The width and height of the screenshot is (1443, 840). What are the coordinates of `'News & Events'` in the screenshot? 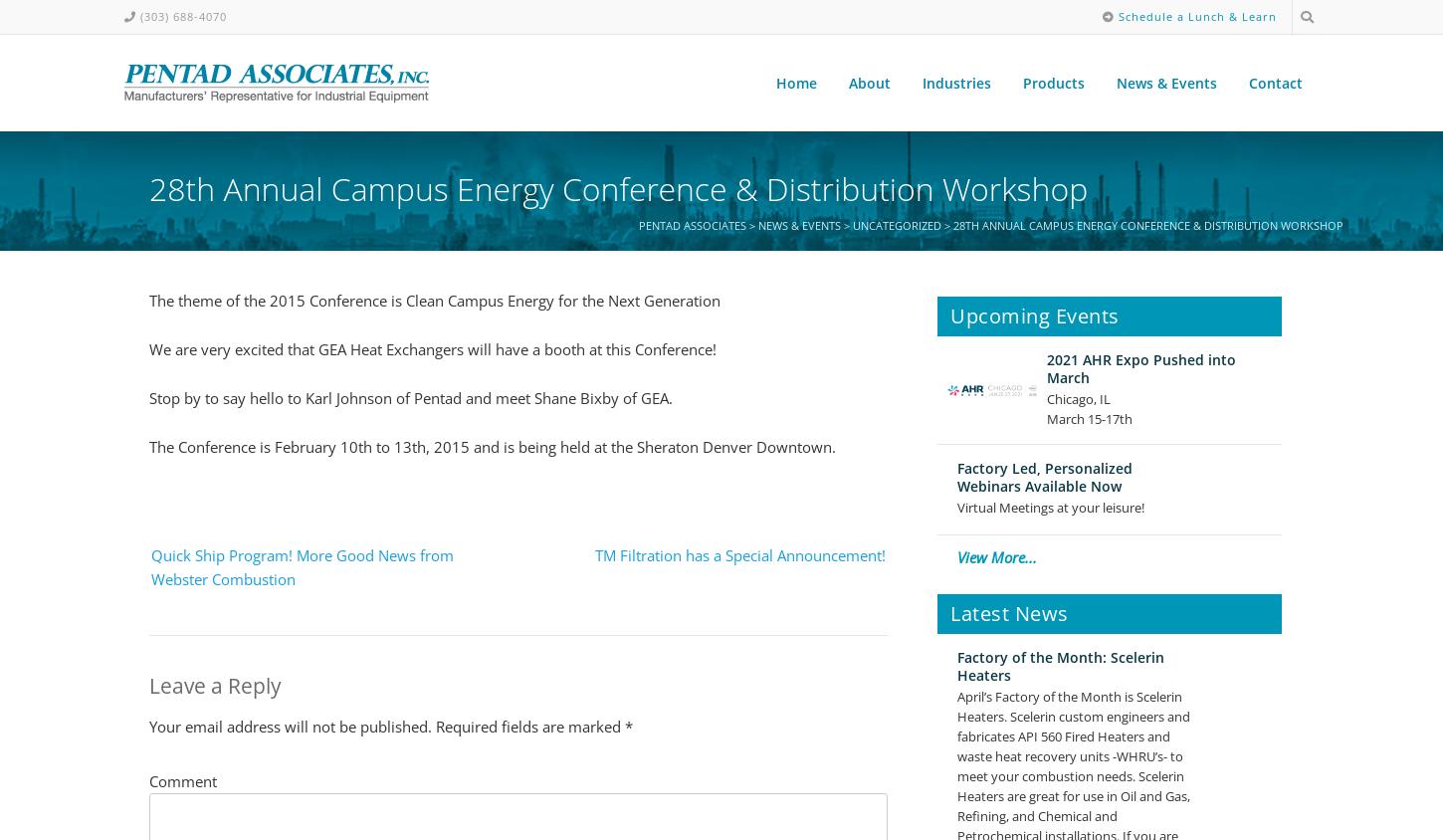 It's located at (1165, 82).